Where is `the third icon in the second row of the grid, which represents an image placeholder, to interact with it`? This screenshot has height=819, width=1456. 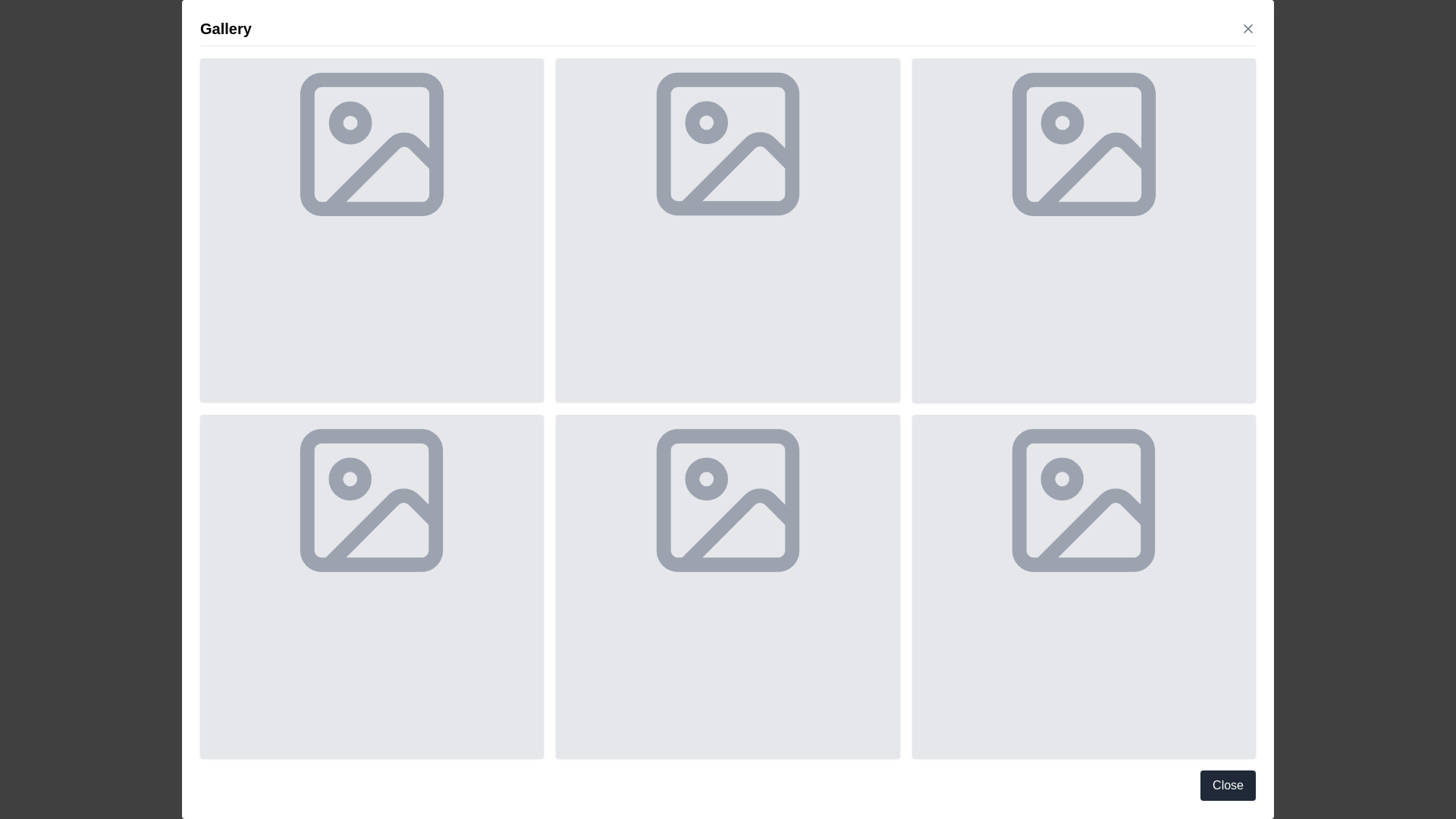 the third icon in the second row of the grid, which represents an image placeholder, to interact with it is located at coordinates (728, 500).